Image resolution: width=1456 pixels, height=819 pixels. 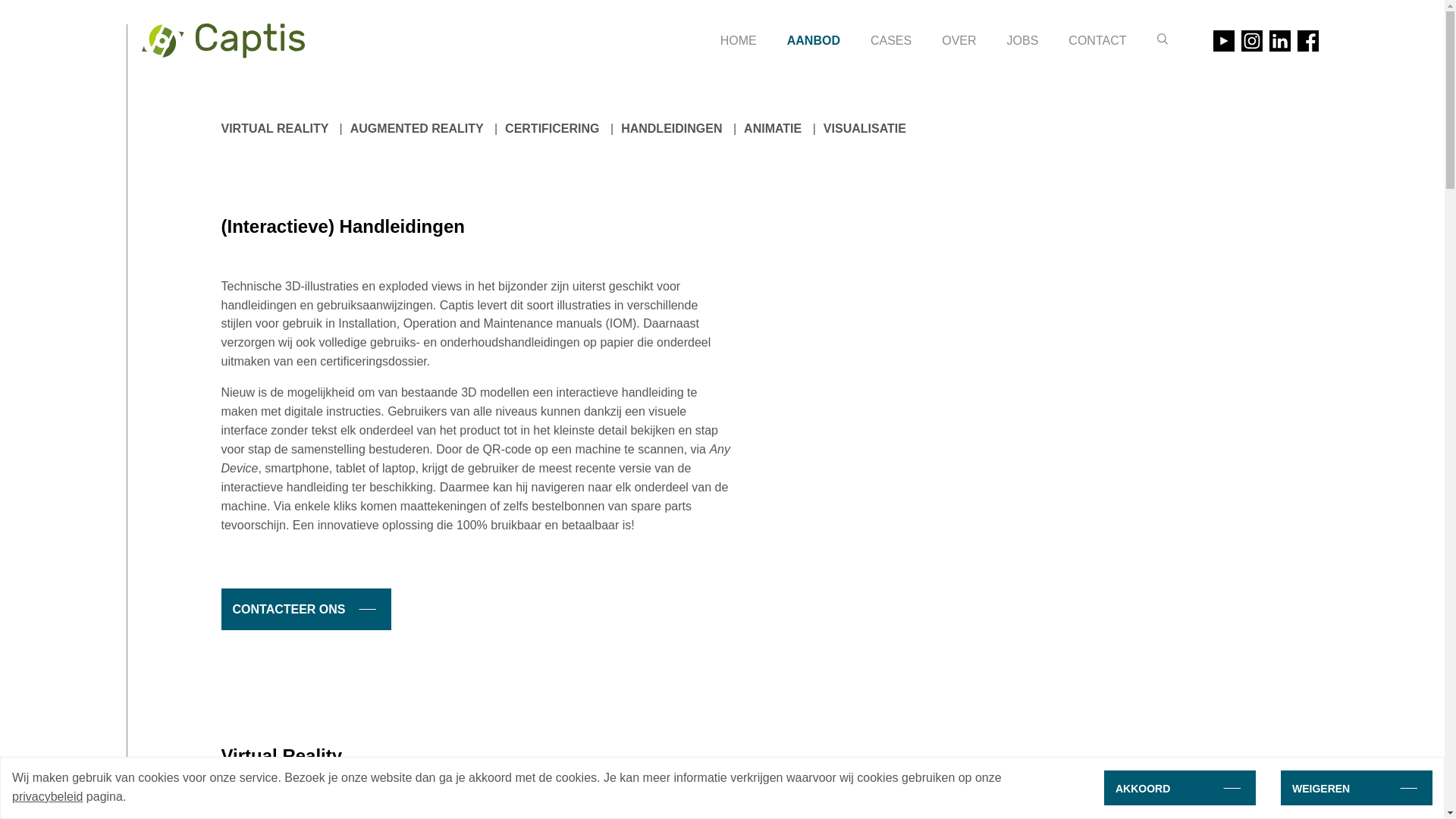 I want to click on 'CASES', so click(x=870, y=40).